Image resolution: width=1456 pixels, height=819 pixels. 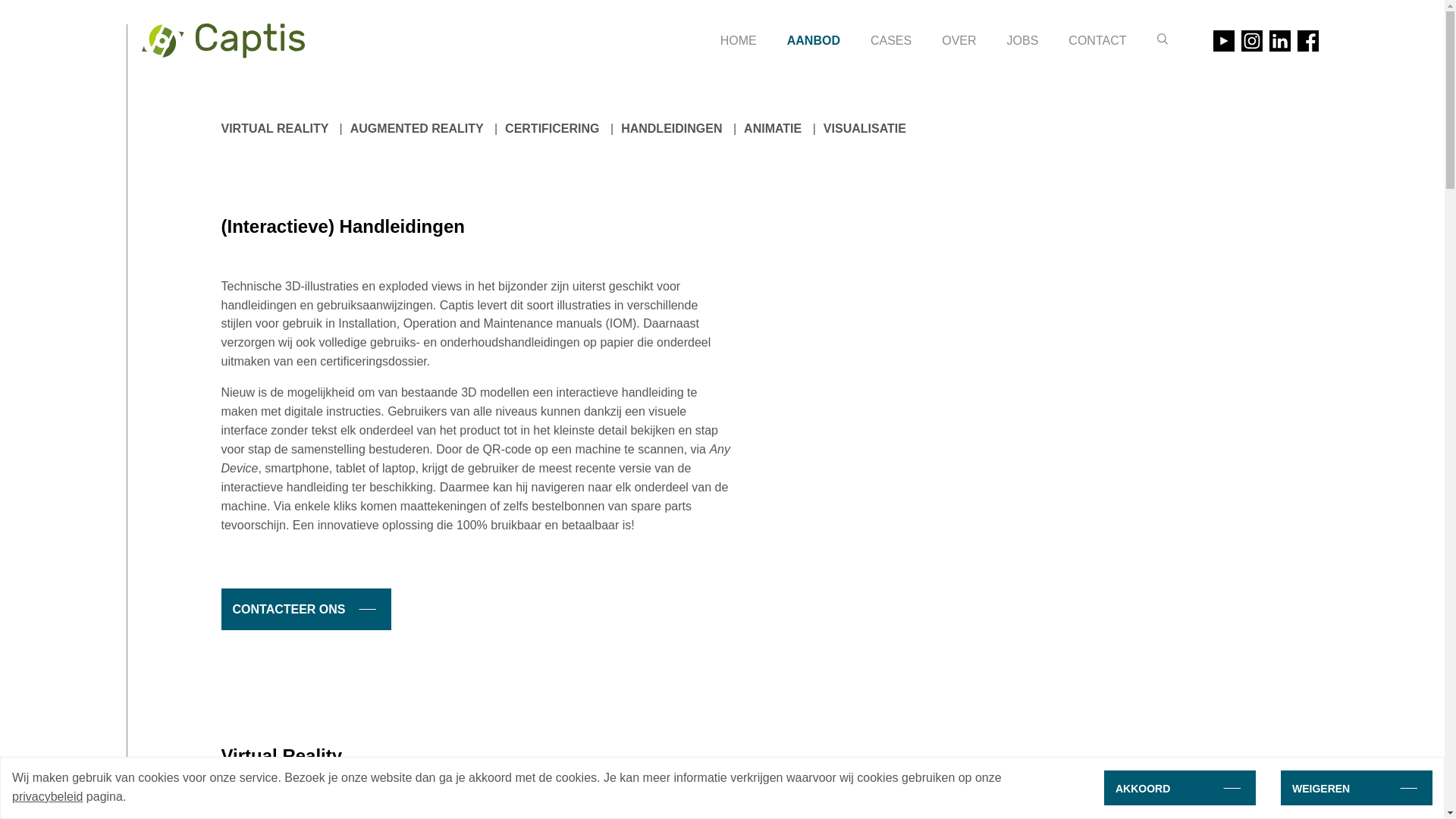 I want to click on 'CASES', so click(x=870, y=40).